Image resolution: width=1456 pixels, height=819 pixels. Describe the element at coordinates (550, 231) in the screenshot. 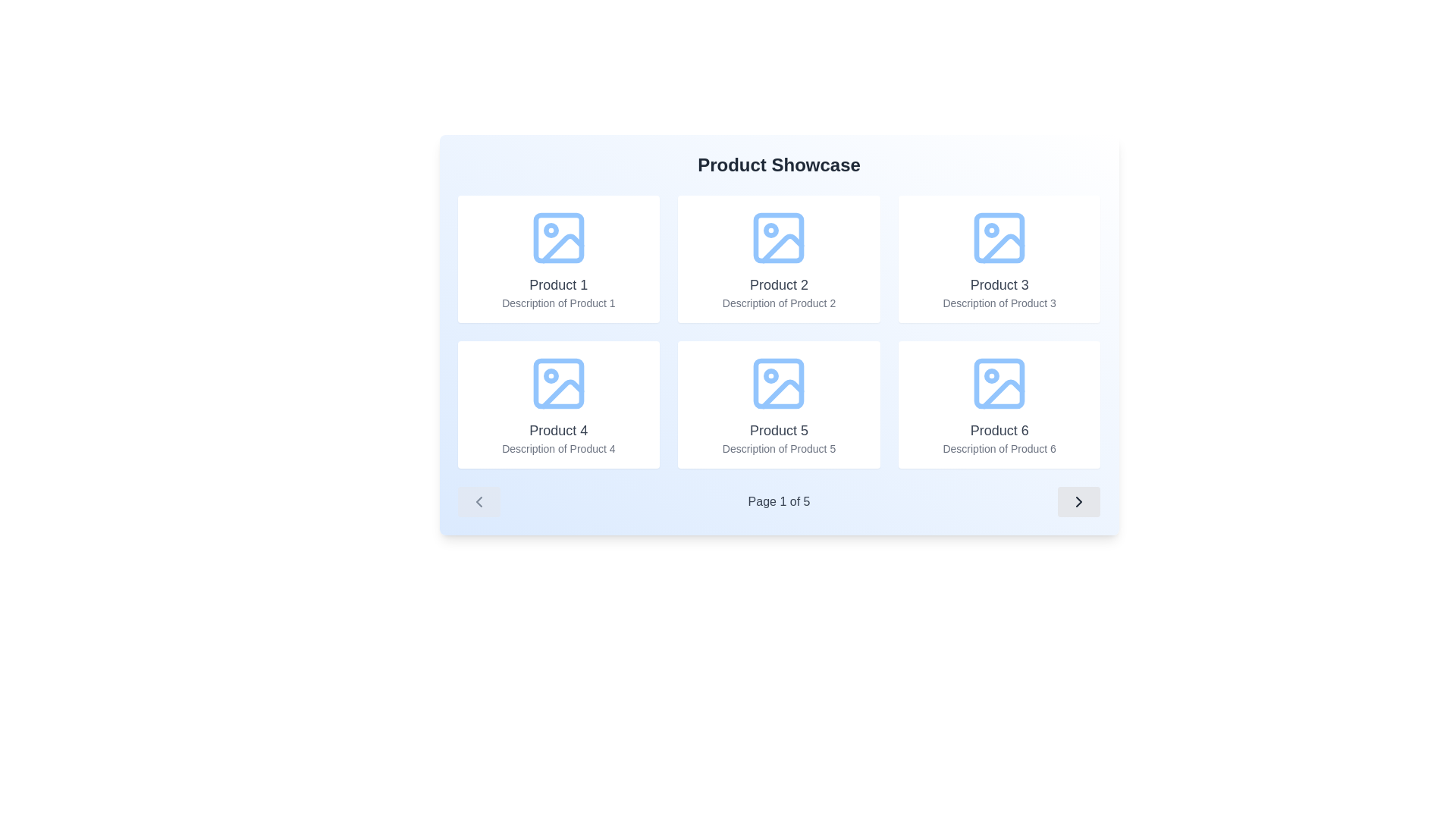

I see `the decorative icon graphic detail located at the top-left corner of the first product's icon within the grid` at that location.